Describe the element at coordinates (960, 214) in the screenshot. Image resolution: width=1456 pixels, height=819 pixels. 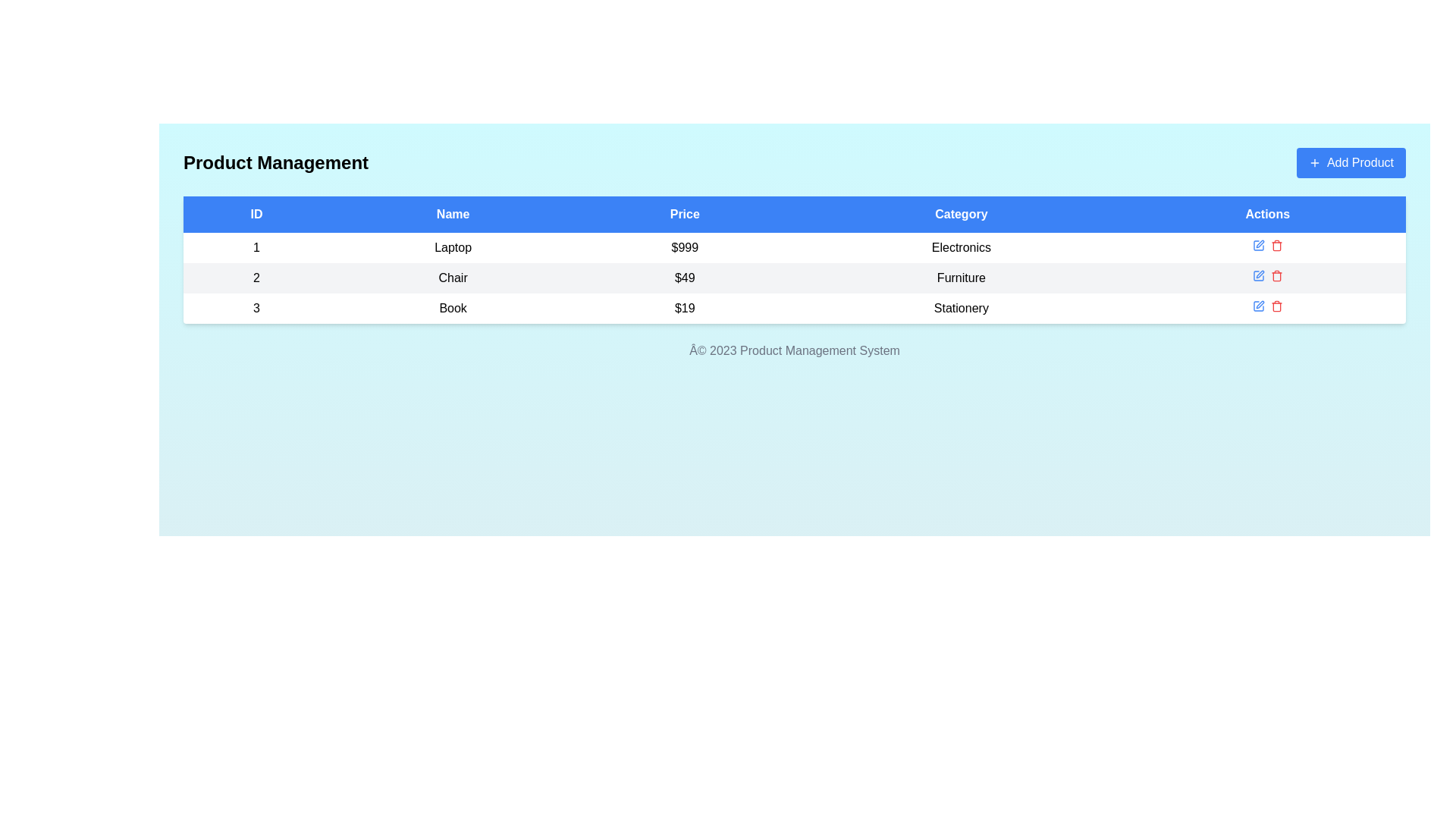
I see `the table header labeled 'Category', which is the fourth header in the table row, styled with centered white text on a blue background` at that location.